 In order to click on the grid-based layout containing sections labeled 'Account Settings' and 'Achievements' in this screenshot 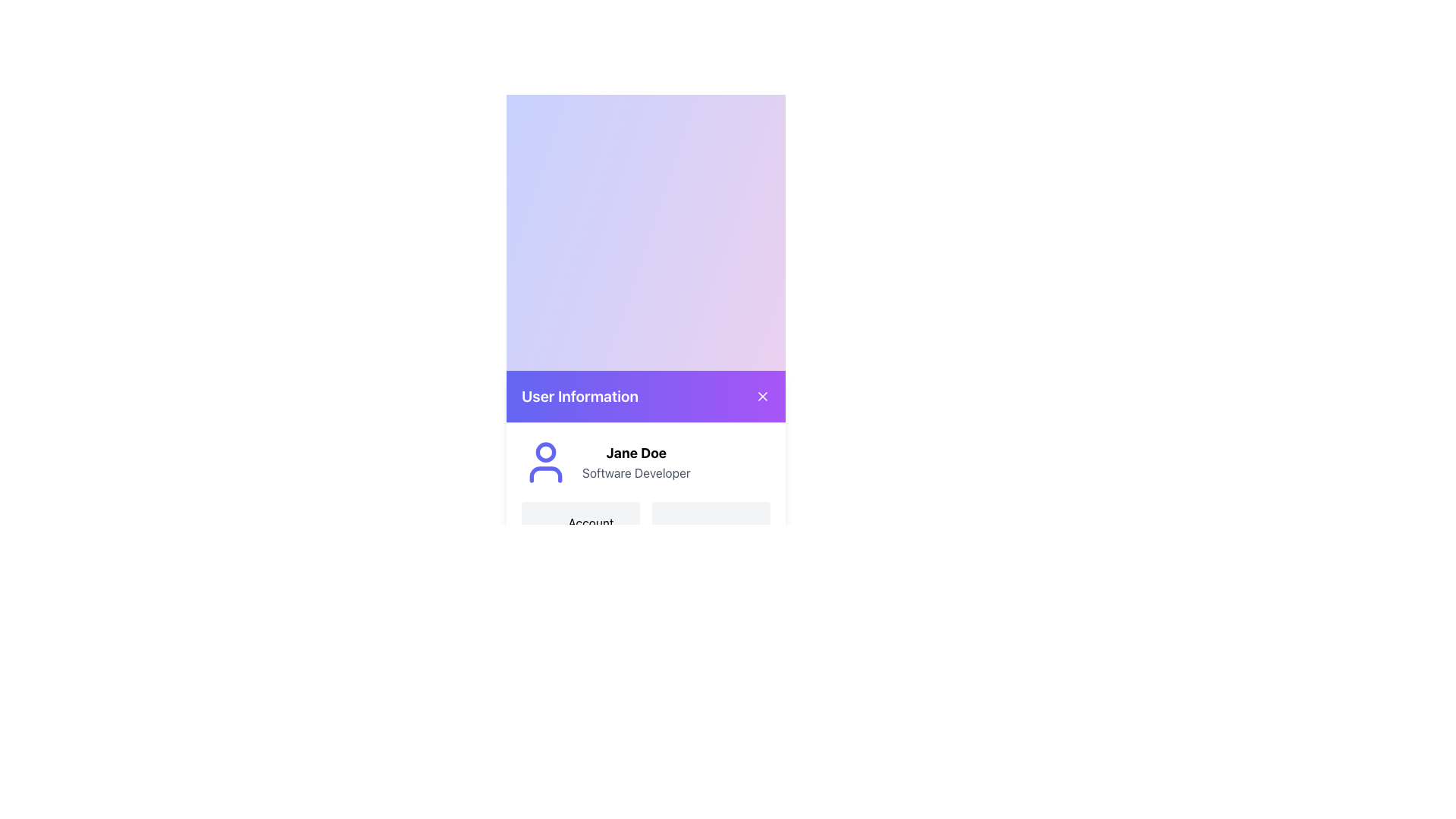, I will do `click(645, 531)`.